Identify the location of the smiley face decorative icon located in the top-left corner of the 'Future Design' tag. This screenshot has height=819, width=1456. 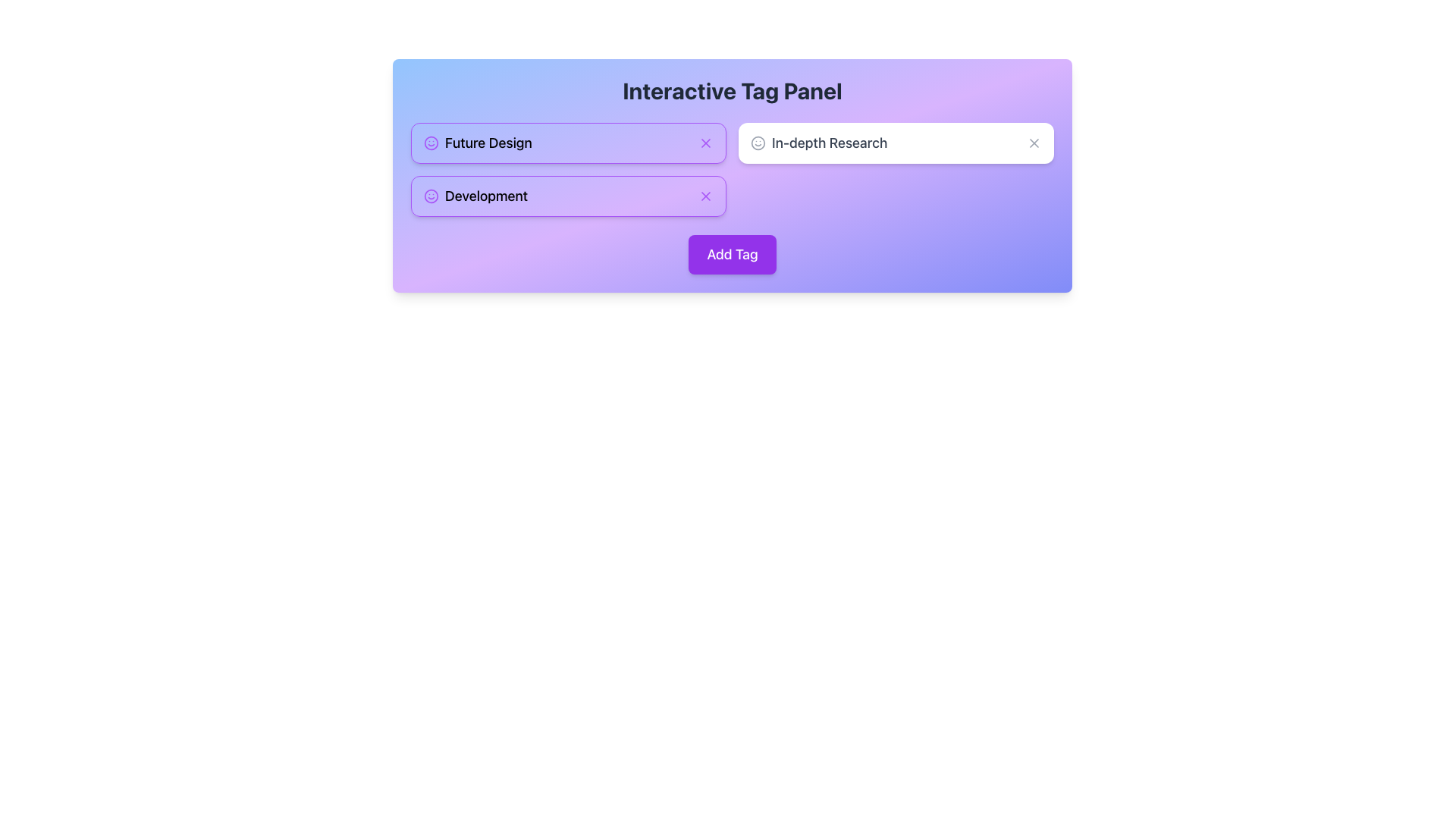
(431, 143).